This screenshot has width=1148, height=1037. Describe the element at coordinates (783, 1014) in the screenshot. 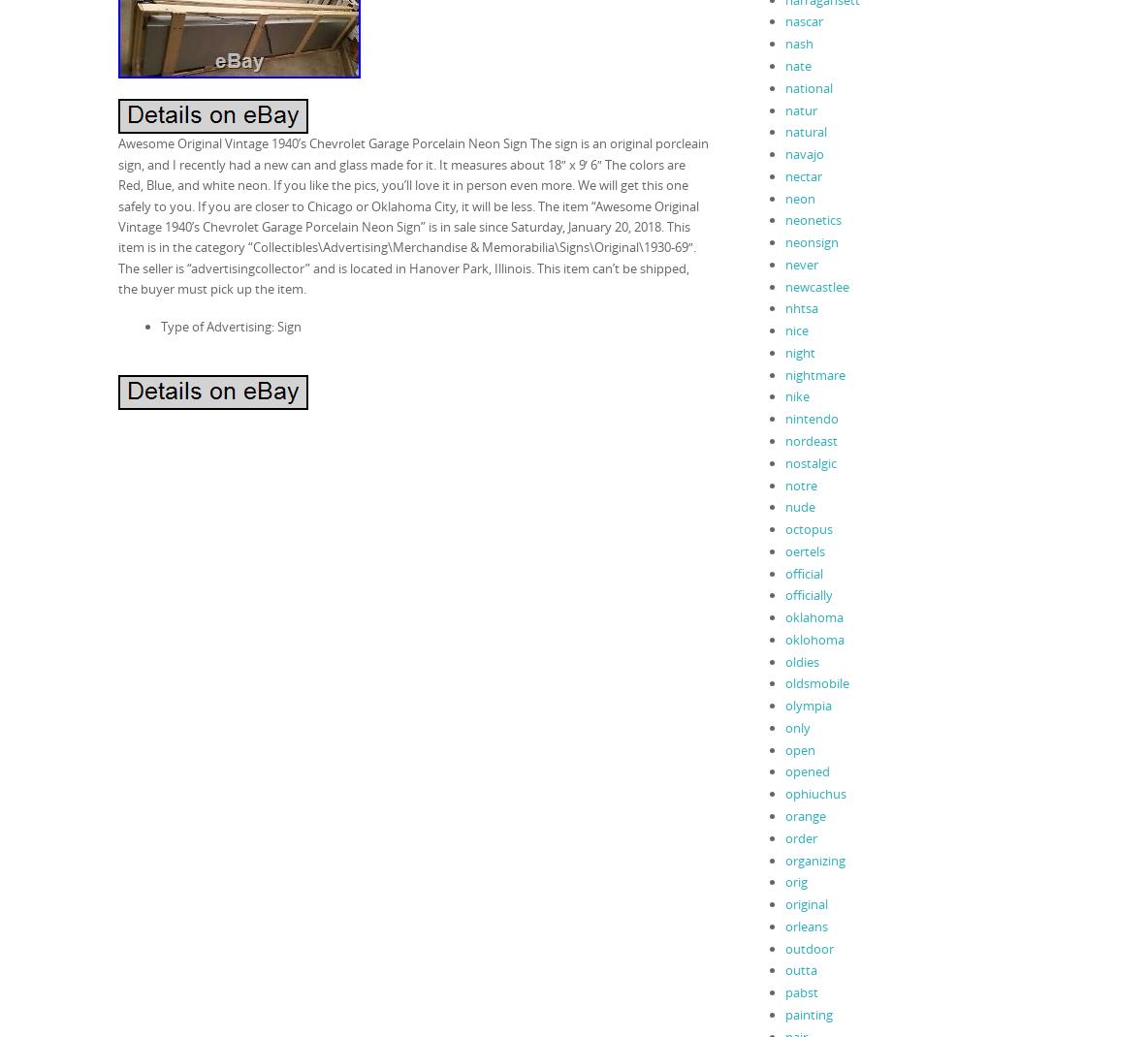

I see `'painting'` at that location.